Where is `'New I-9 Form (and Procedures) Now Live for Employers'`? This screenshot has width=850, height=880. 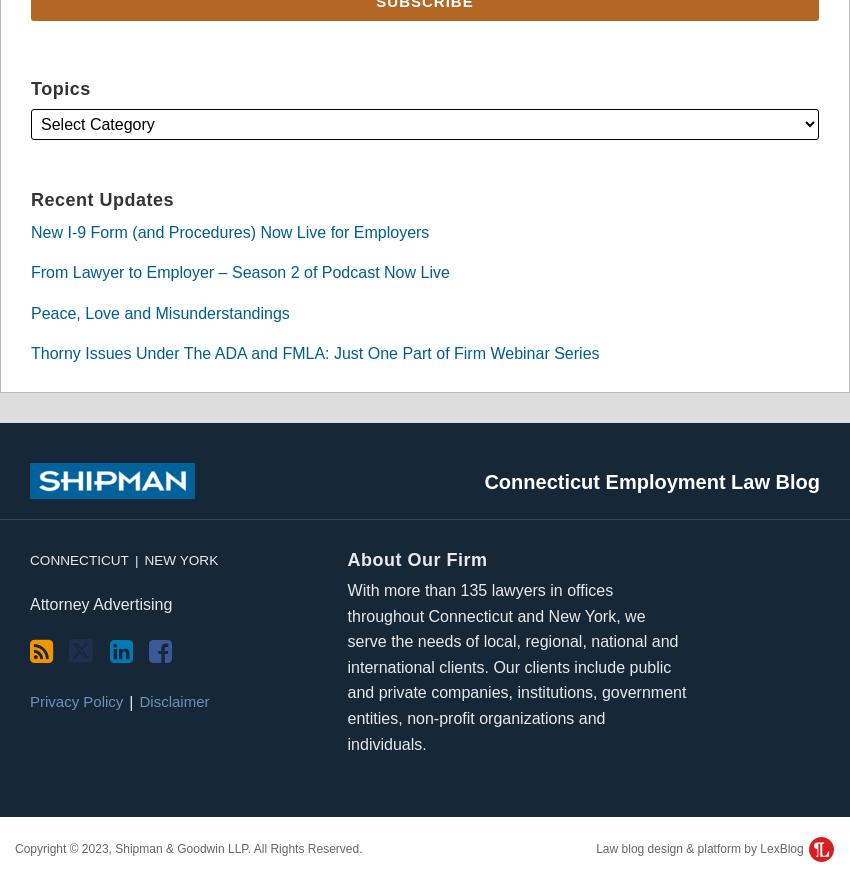
'New I-9 Form (and Procedures) Now Live for Employers' is located at coordinates (230, 230).